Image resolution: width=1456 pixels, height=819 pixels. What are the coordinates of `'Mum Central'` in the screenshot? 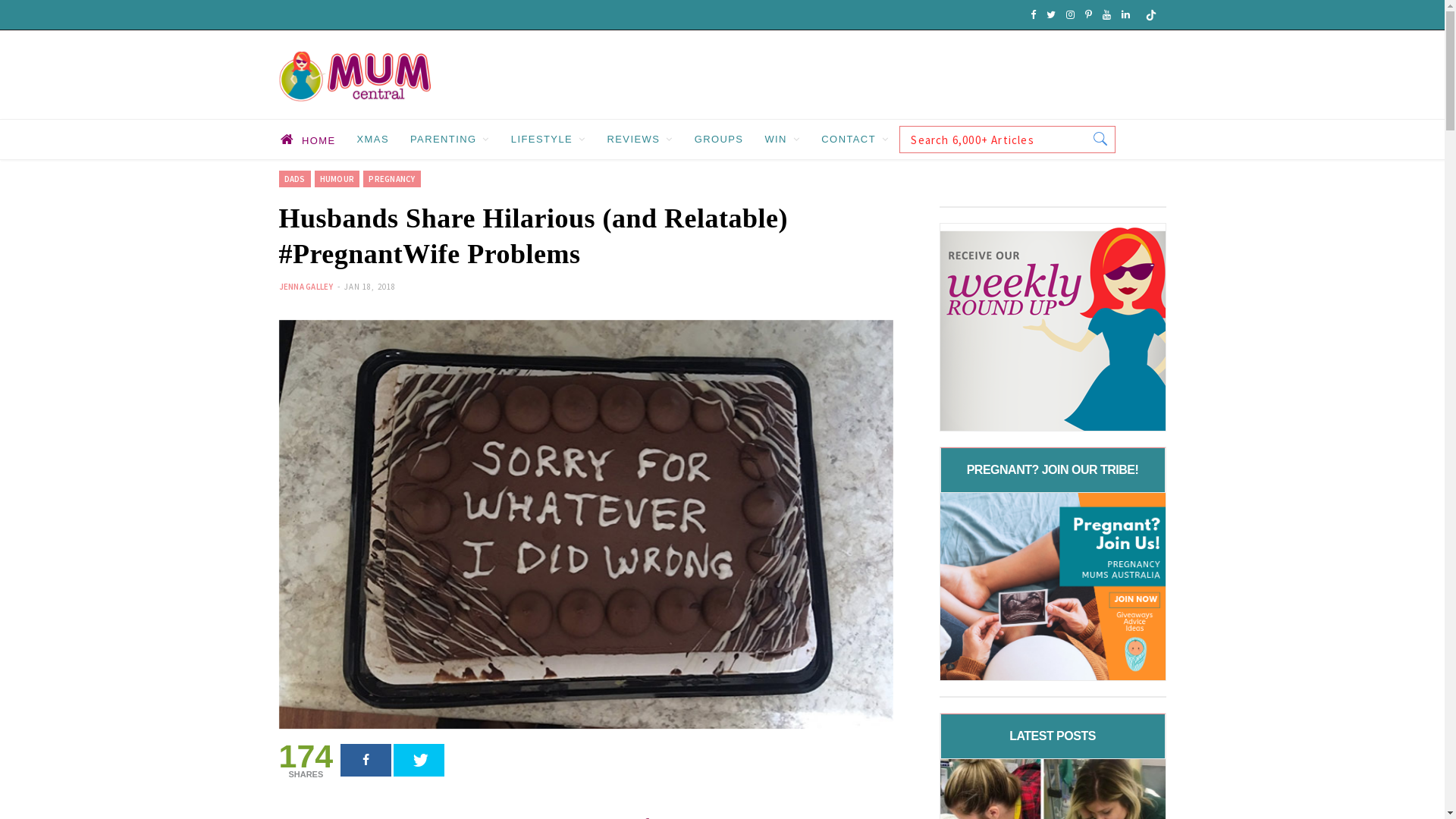 It's located at (354, 82).